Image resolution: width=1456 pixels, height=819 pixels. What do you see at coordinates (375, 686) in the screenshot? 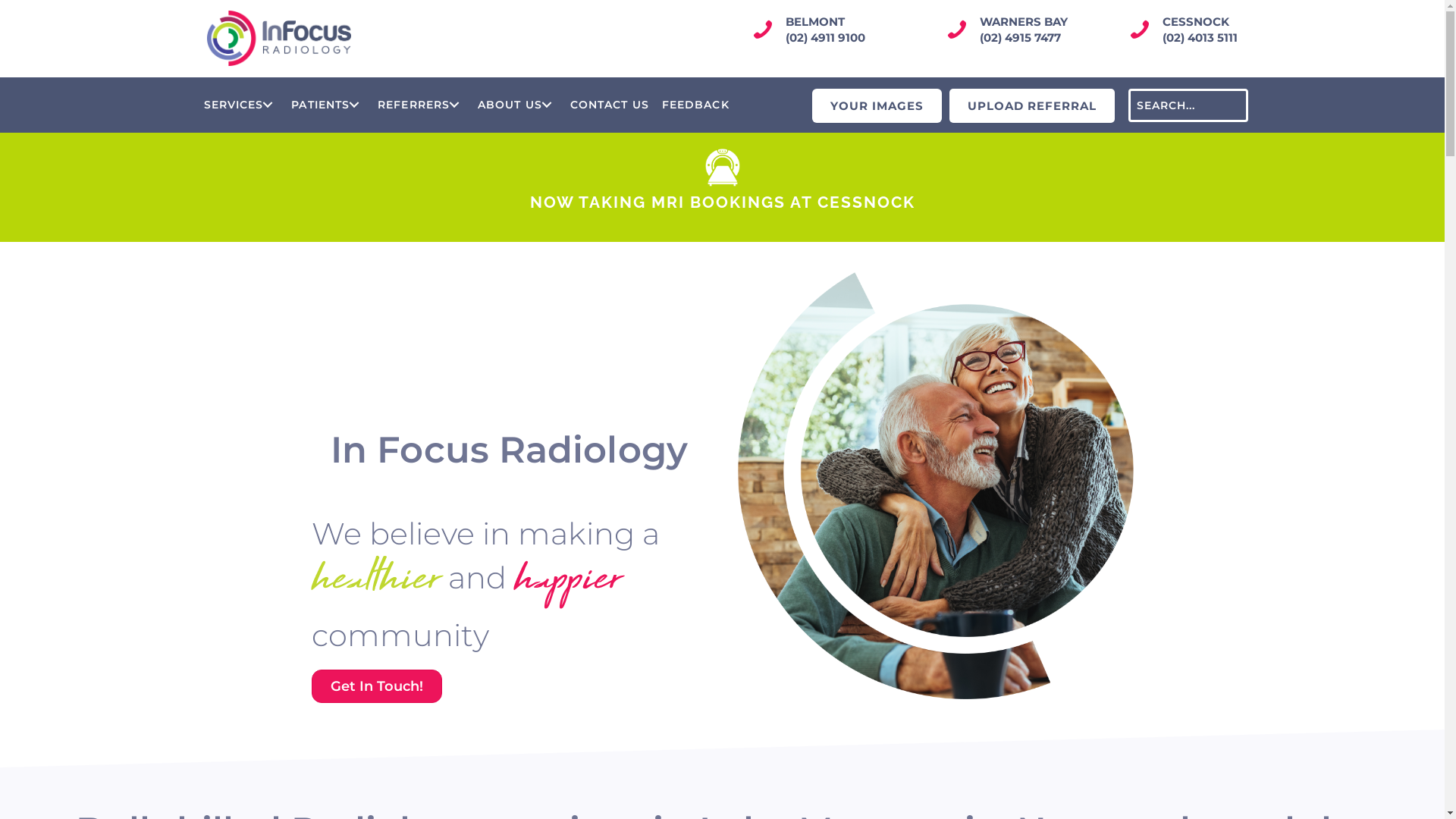
I see `'Get In Touch!'` at bounding box center [375, 686].